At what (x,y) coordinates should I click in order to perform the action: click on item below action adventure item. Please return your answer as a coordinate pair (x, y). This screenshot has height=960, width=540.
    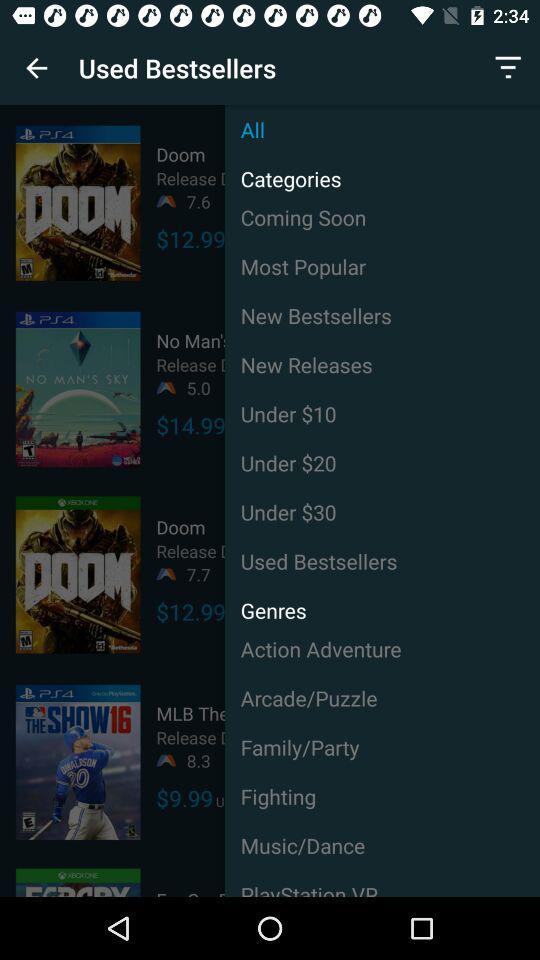
    Looking at the image, I should click on (382, 698).